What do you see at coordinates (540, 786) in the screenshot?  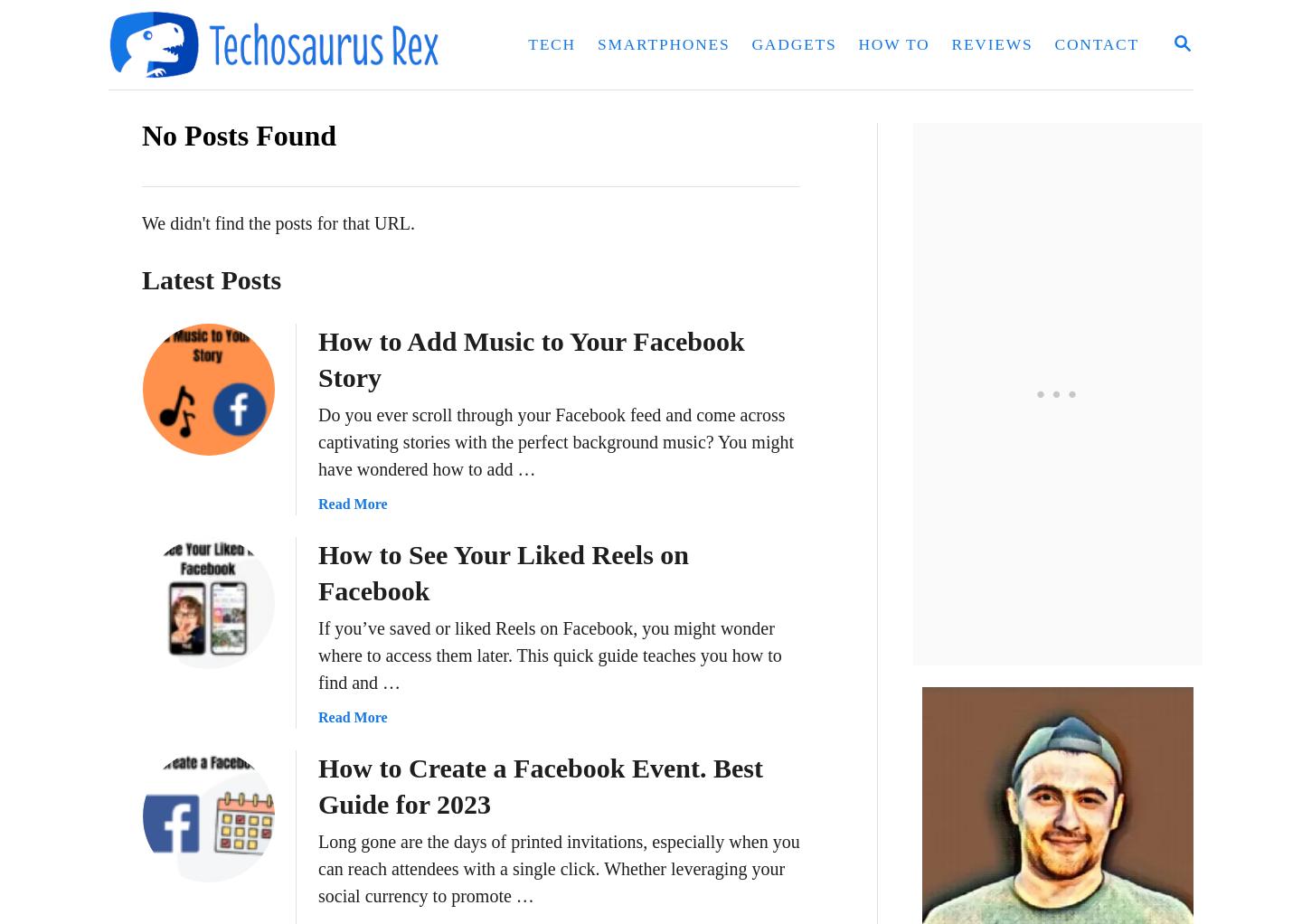 I see `'How to Create a Facebook Event. Best Guide for 2023'` at bounding box center [540, 786].